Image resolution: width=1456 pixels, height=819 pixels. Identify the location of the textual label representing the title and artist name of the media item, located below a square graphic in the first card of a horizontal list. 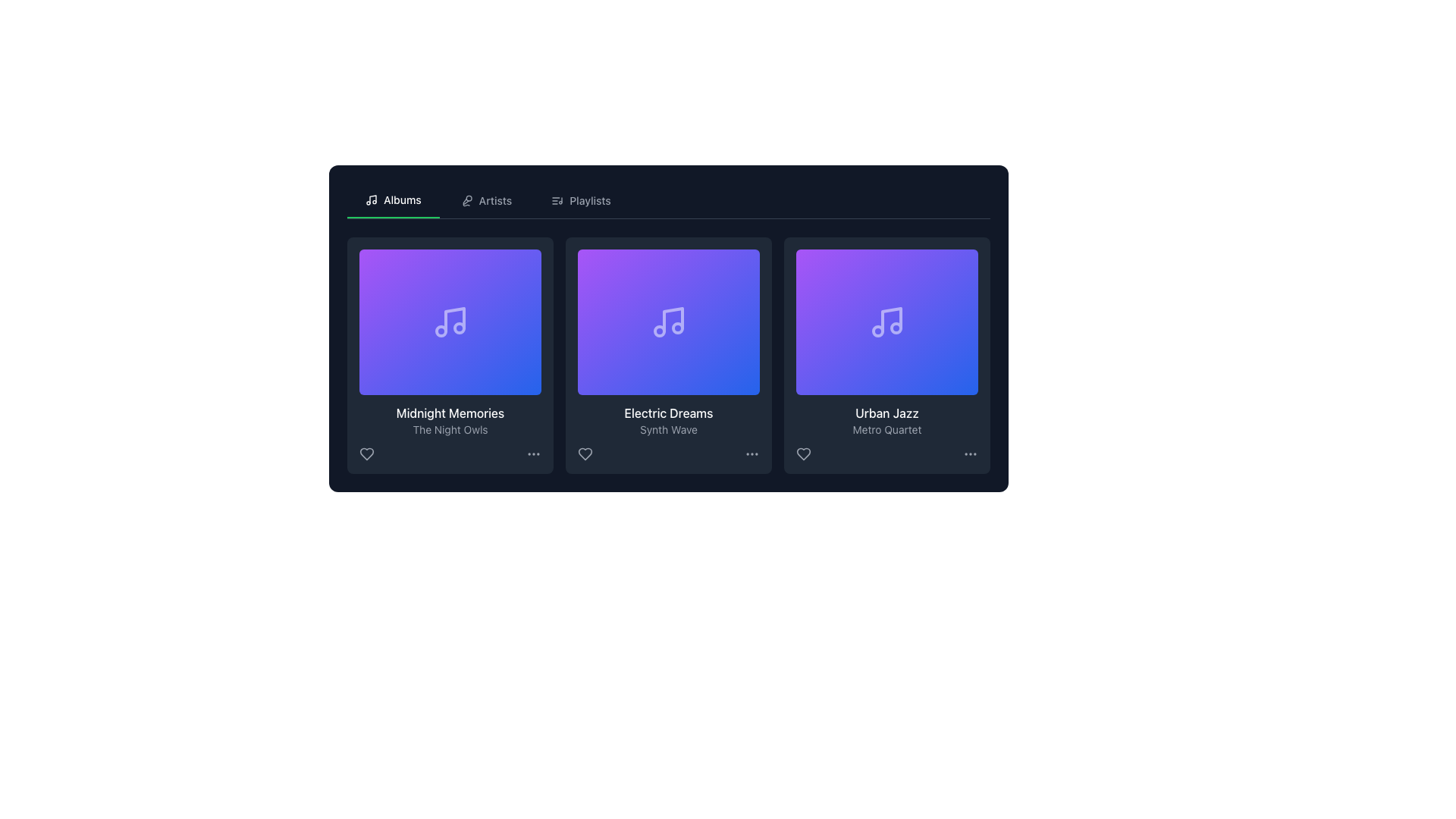
(450, 421).